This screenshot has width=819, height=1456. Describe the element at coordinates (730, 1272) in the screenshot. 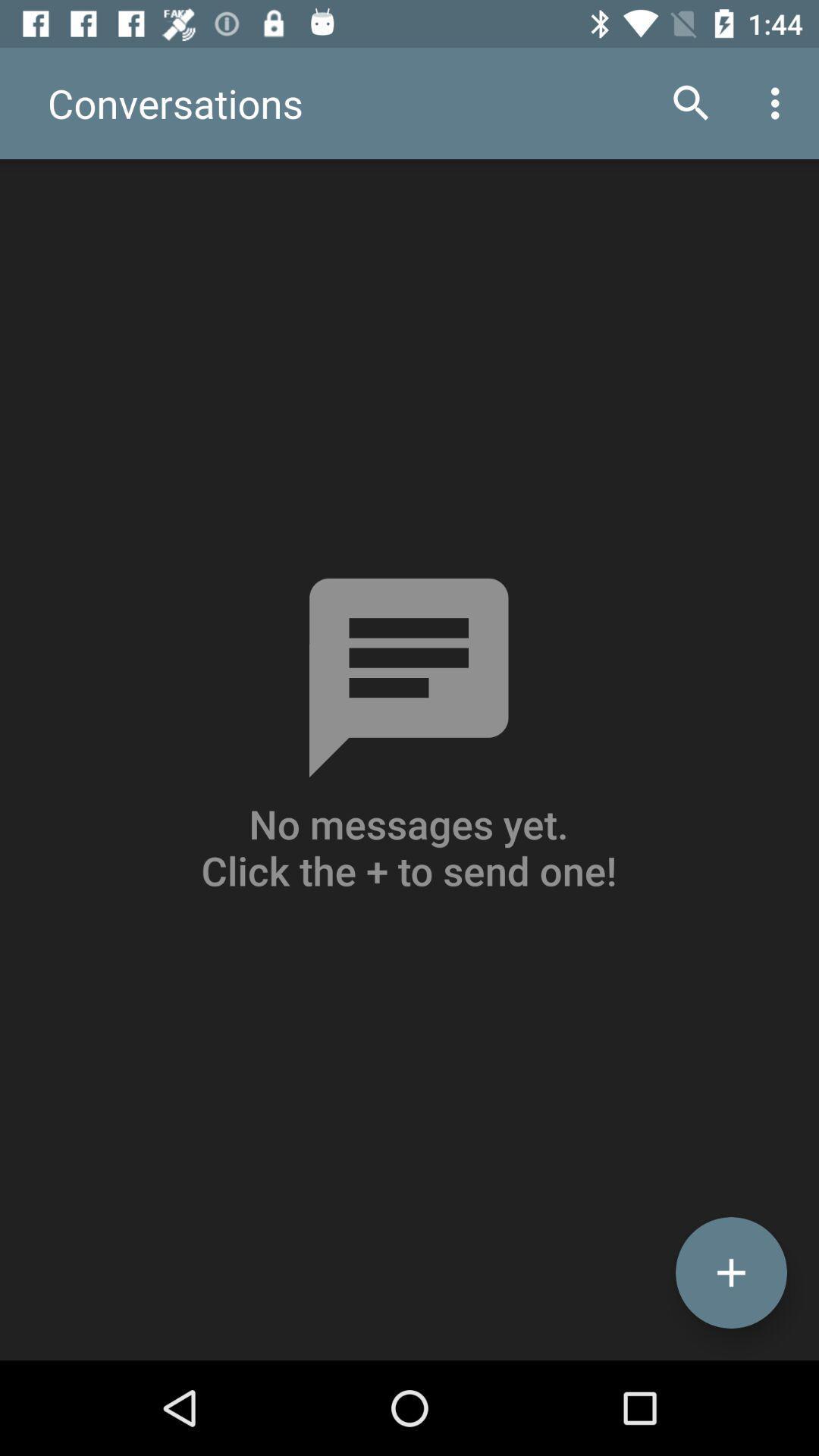

I see `add contacts` at that location.